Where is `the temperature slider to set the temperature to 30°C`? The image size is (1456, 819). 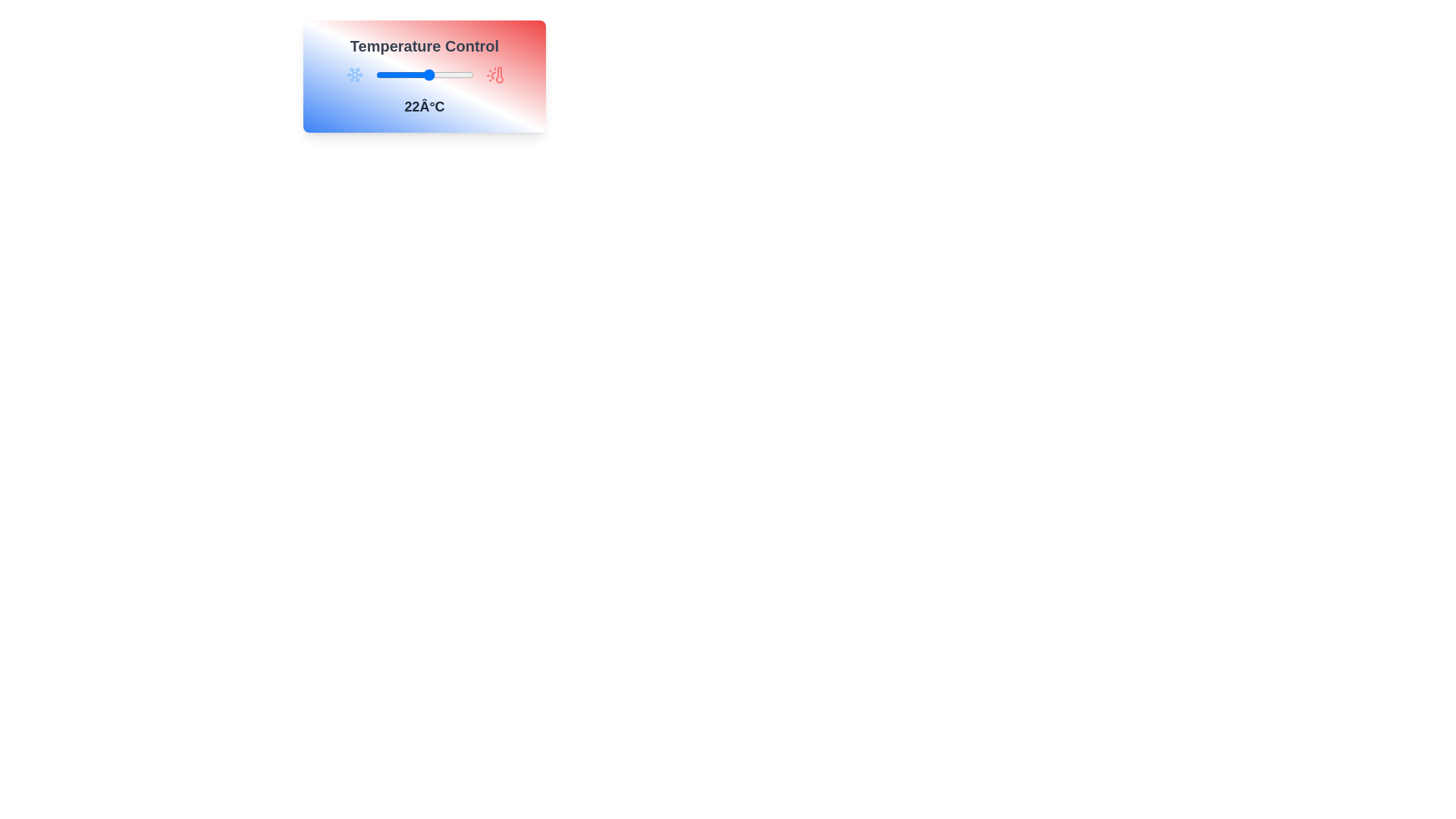 the temperature slider to set the temperature to 30°C is located at coordinates (448, 75).